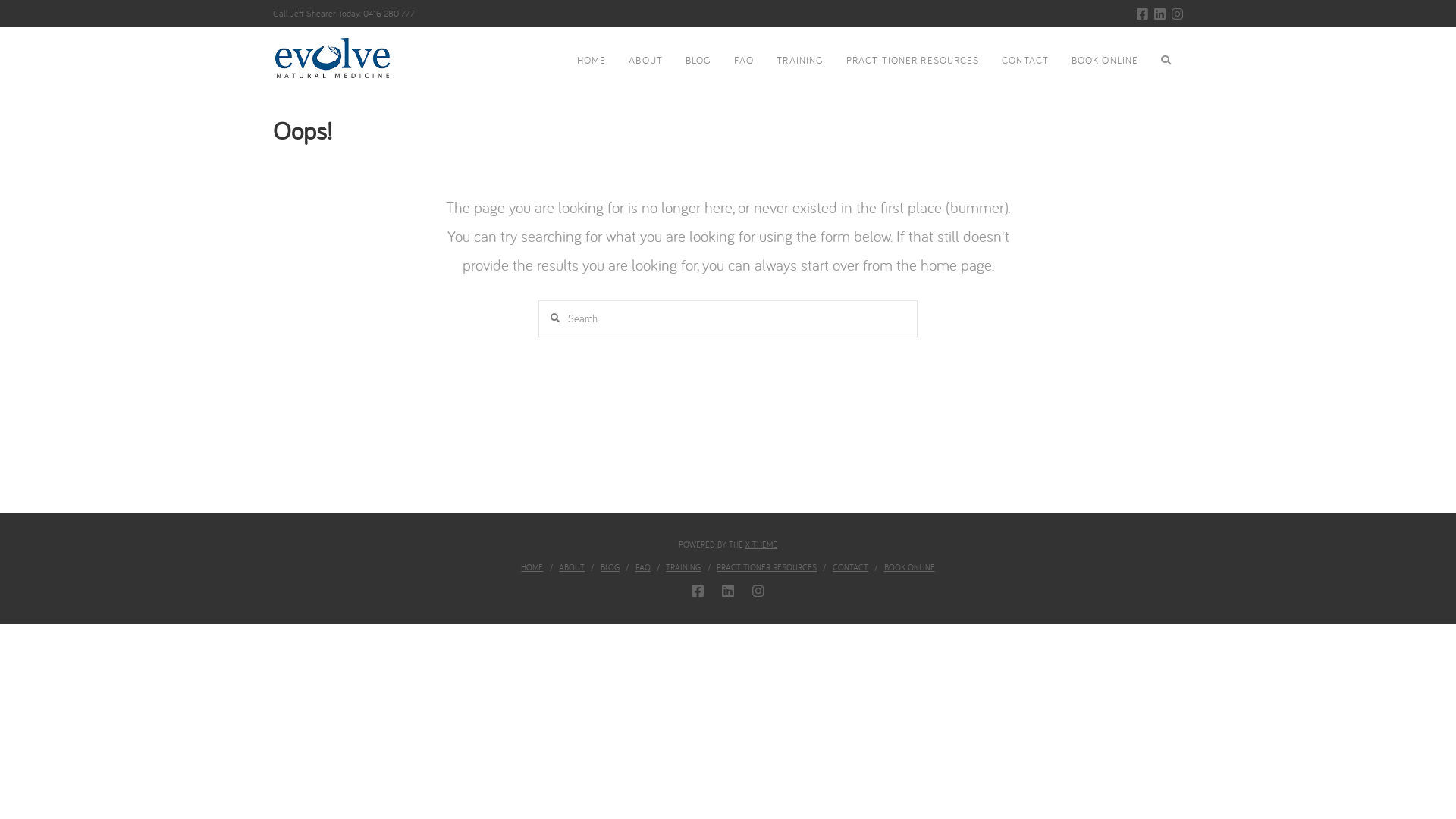  Describe the element at coordinates (610, 567) in the screenshot. I see `'BLOG'` at that location.